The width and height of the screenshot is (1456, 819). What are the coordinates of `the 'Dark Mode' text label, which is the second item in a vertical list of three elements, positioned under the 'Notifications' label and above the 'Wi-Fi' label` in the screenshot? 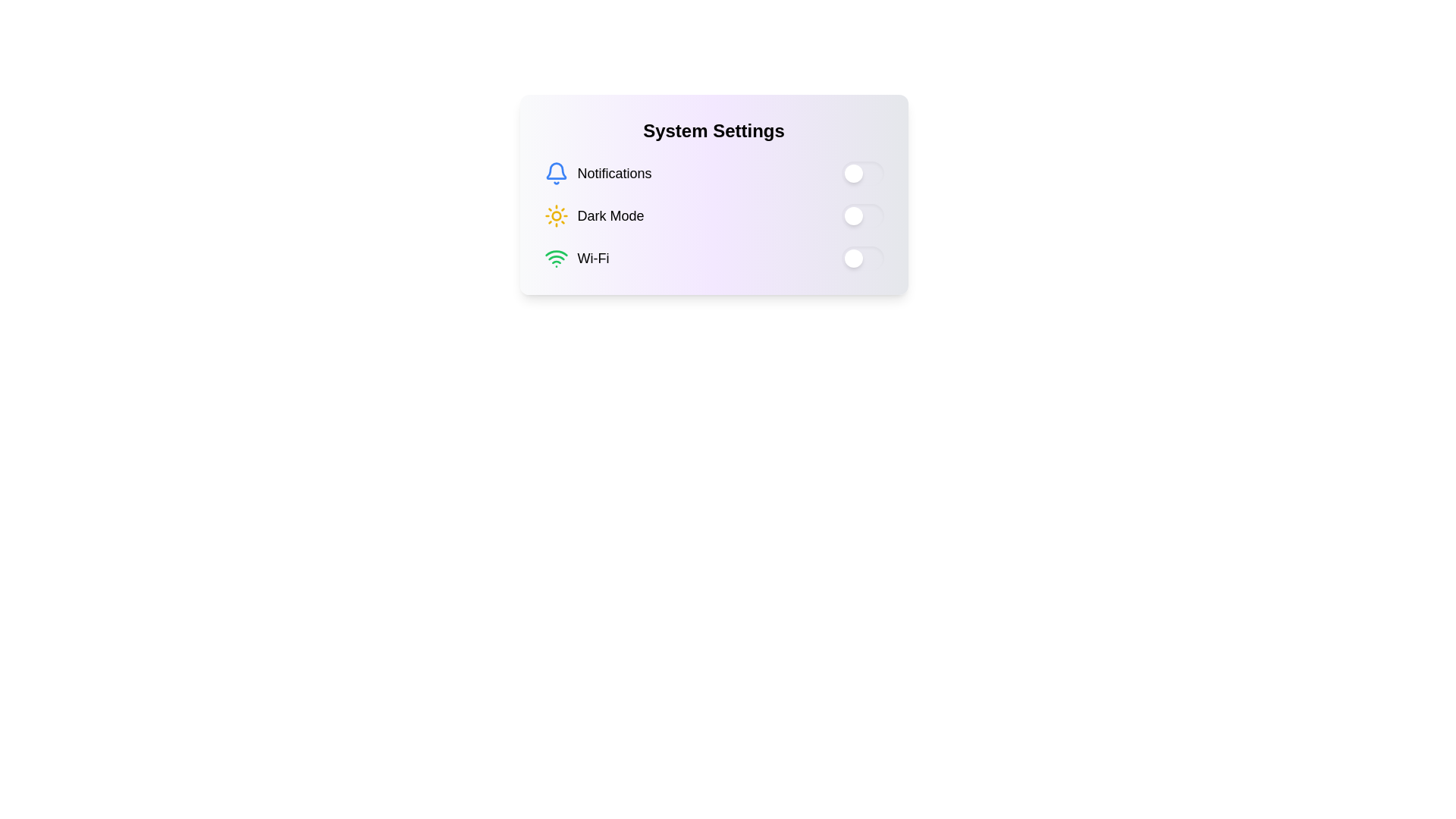 It's located at (610, 216).